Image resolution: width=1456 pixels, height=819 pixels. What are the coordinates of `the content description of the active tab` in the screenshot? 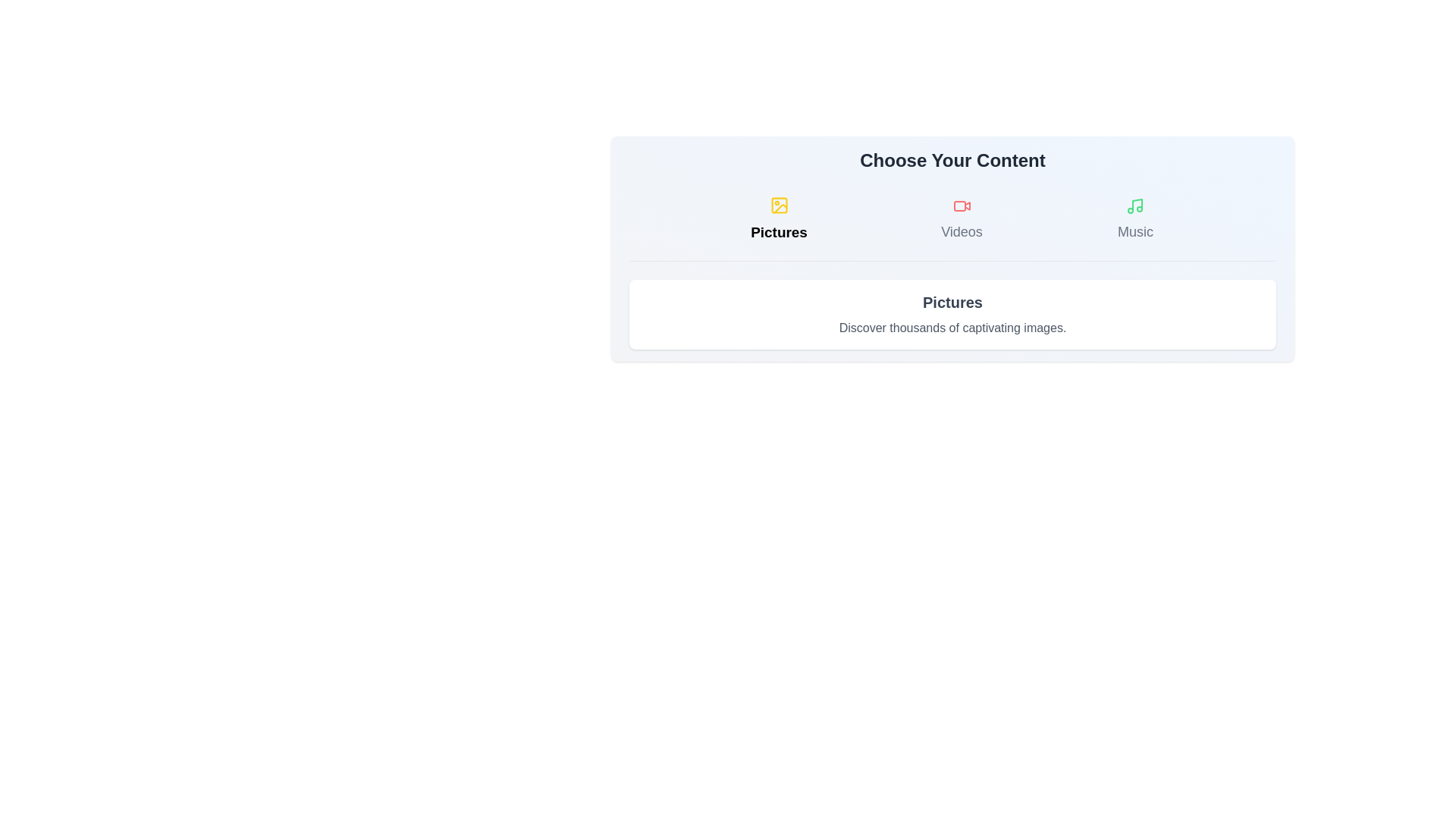 It's located at (952, 314).